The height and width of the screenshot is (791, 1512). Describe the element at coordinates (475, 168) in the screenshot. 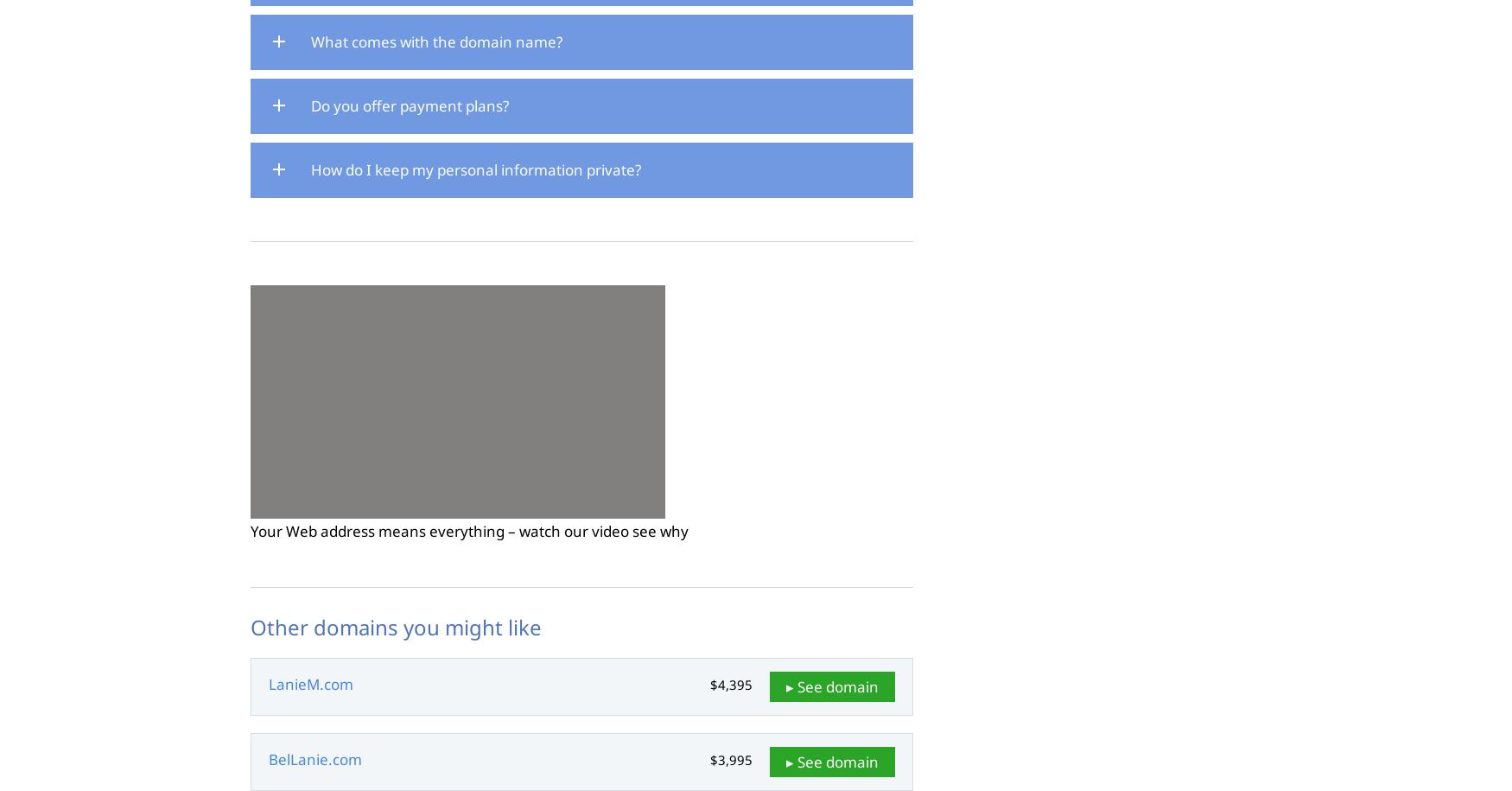

I see `'How do I keep my personal information private?'` at that location.